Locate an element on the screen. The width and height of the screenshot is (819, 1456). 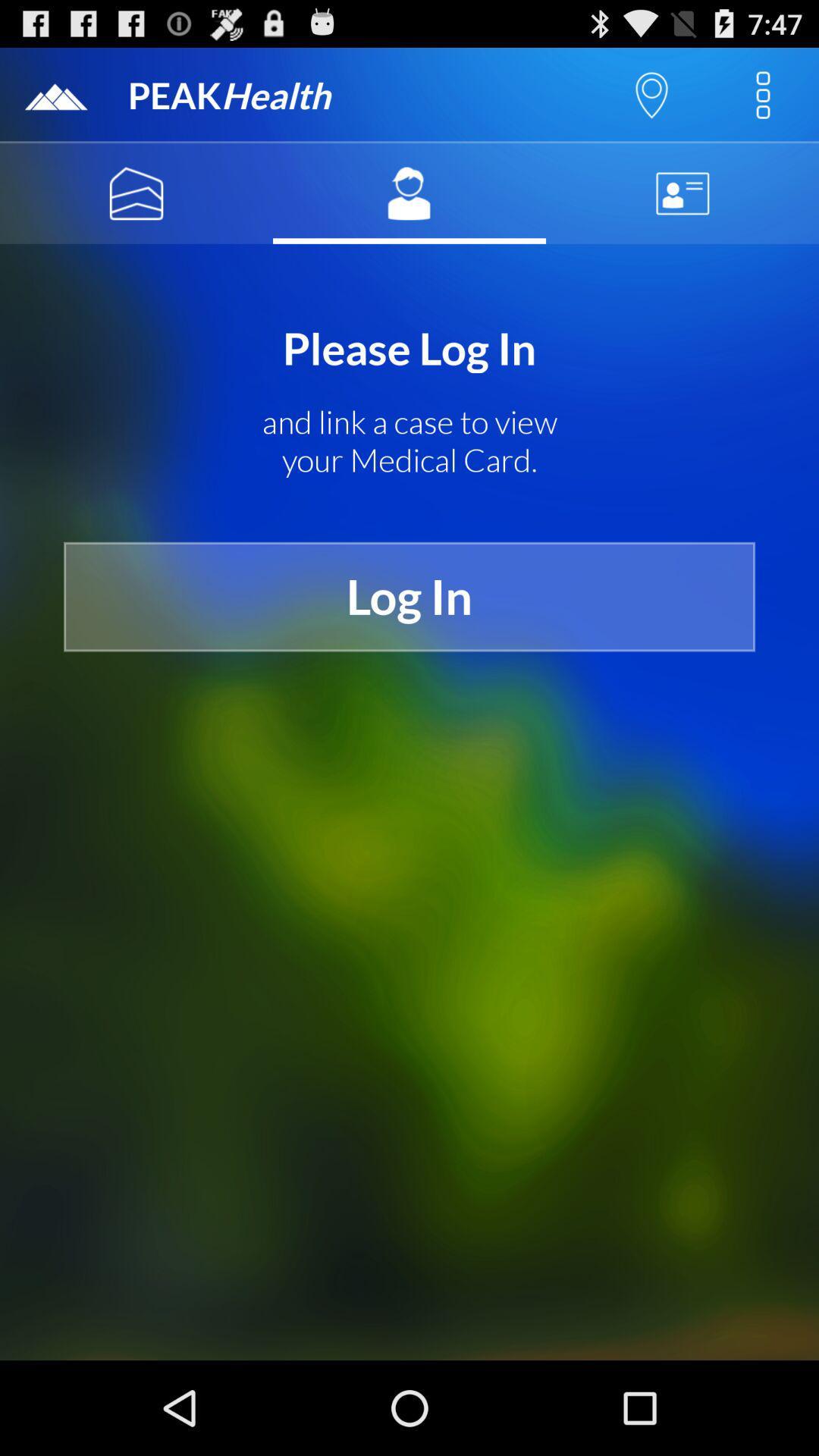
icon below the peakhealth is located at coordinates (136, 193).